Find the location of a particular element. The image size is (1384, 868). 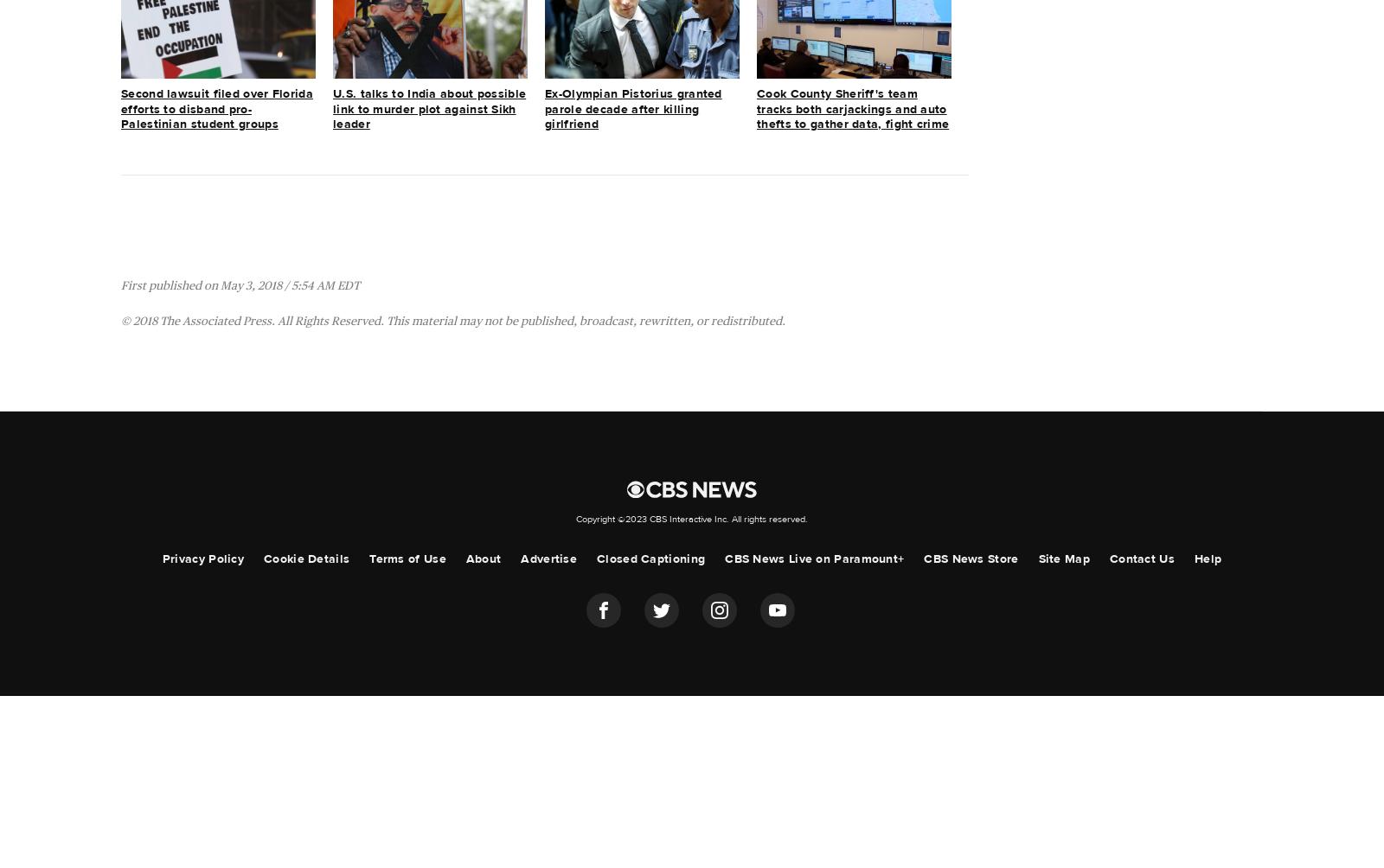

'Closed Captioning' is located at coordinates (650, 557).